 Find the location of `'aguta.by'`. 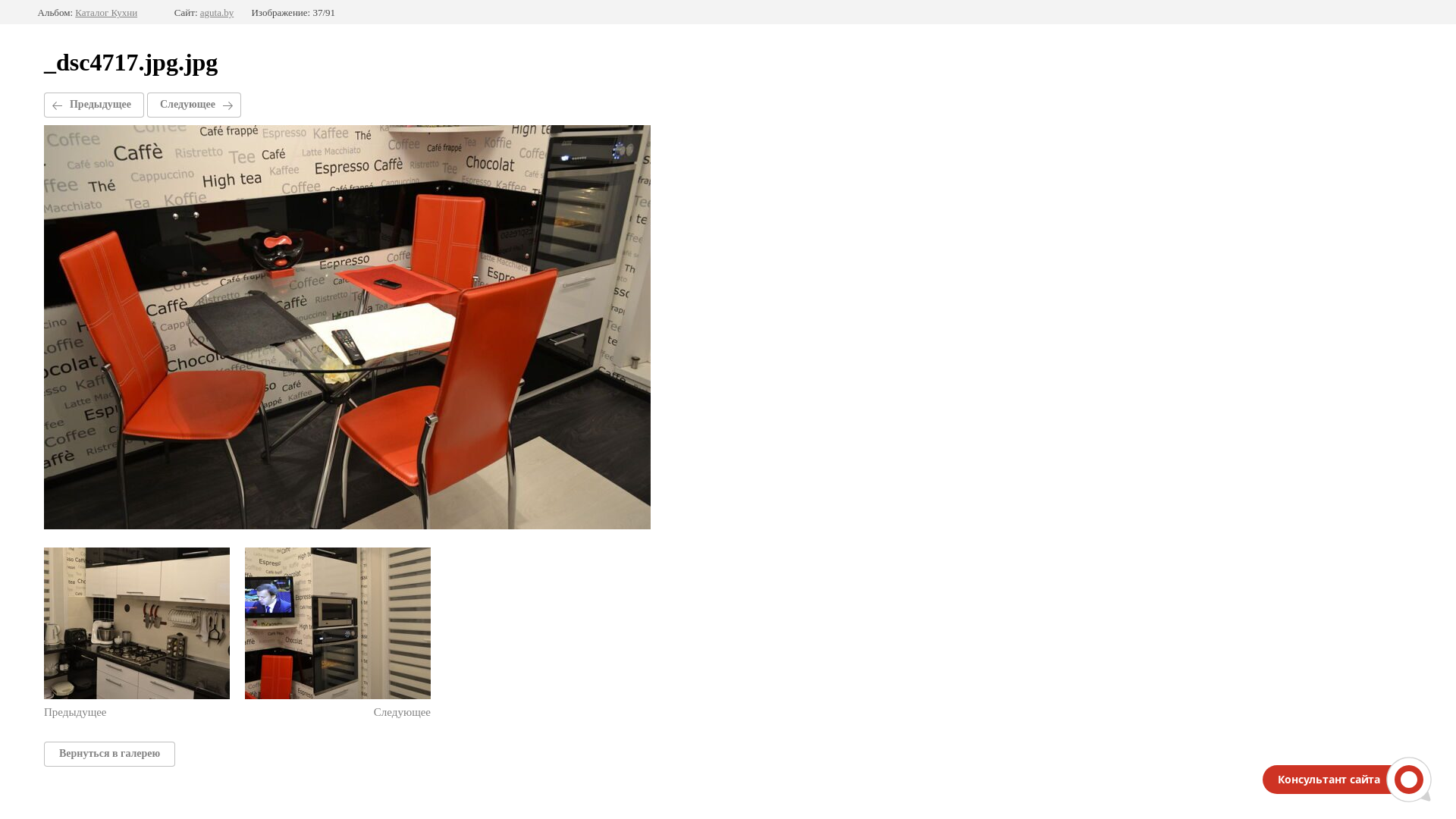

'aguta.by' is located at coordinates (216, 12).